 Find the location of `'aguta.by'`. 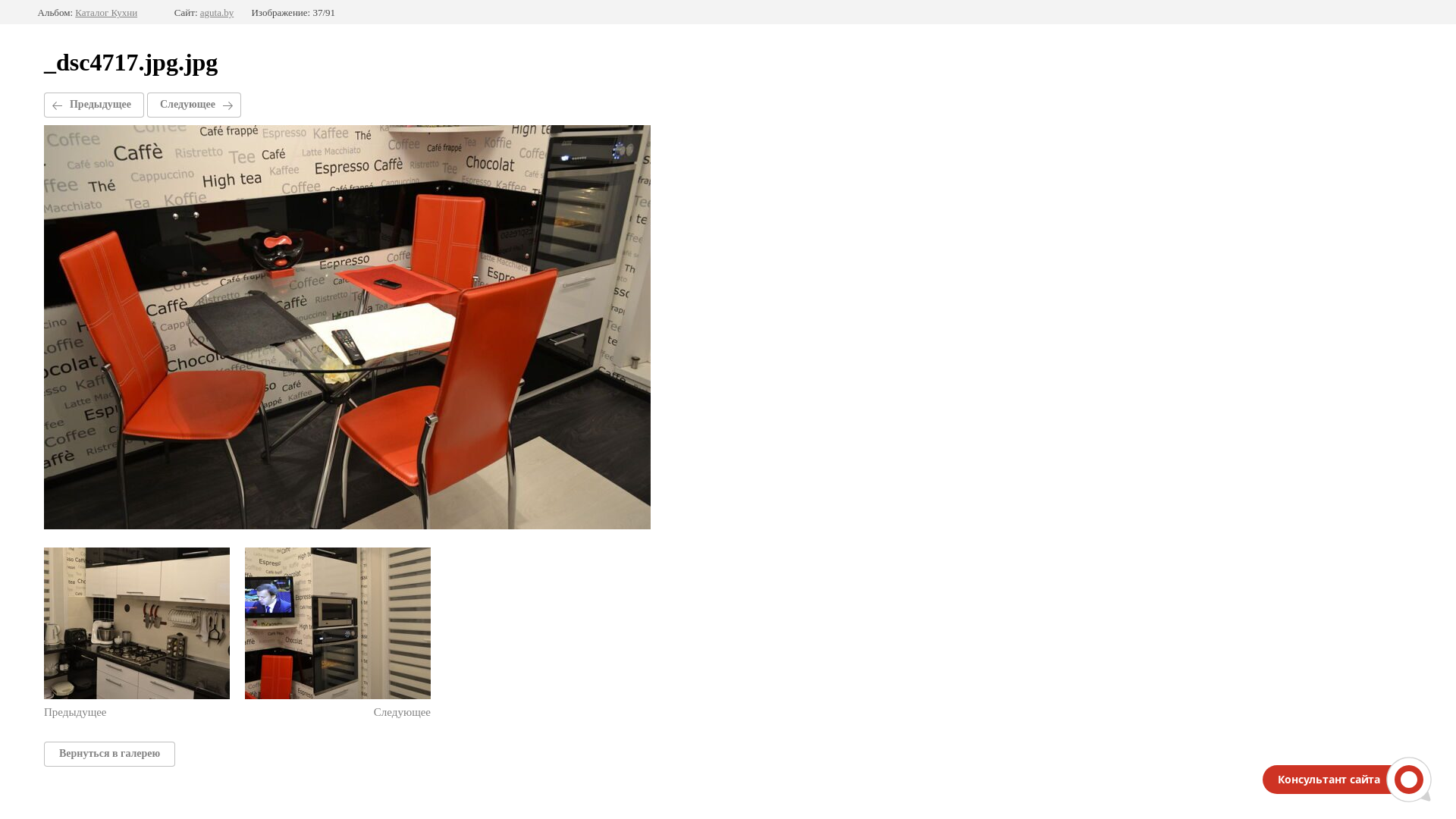

'aguta.by' is located at coordinates (216, 12).